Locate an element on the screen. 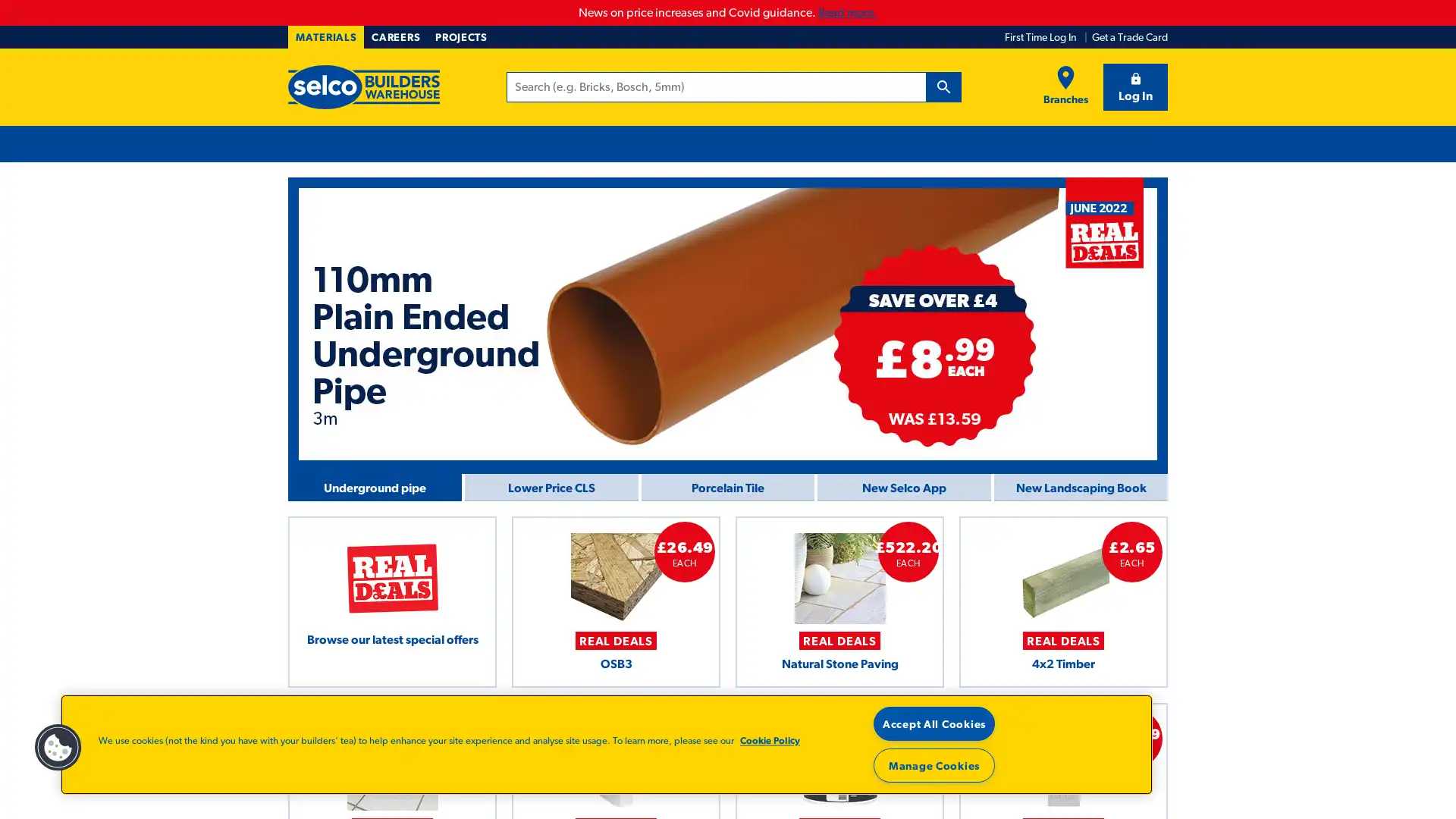 The width and height of the screenshot is (1456, 819). Homepage > Carousel > June Landscaping Book is located at coordinates (1080, 488).